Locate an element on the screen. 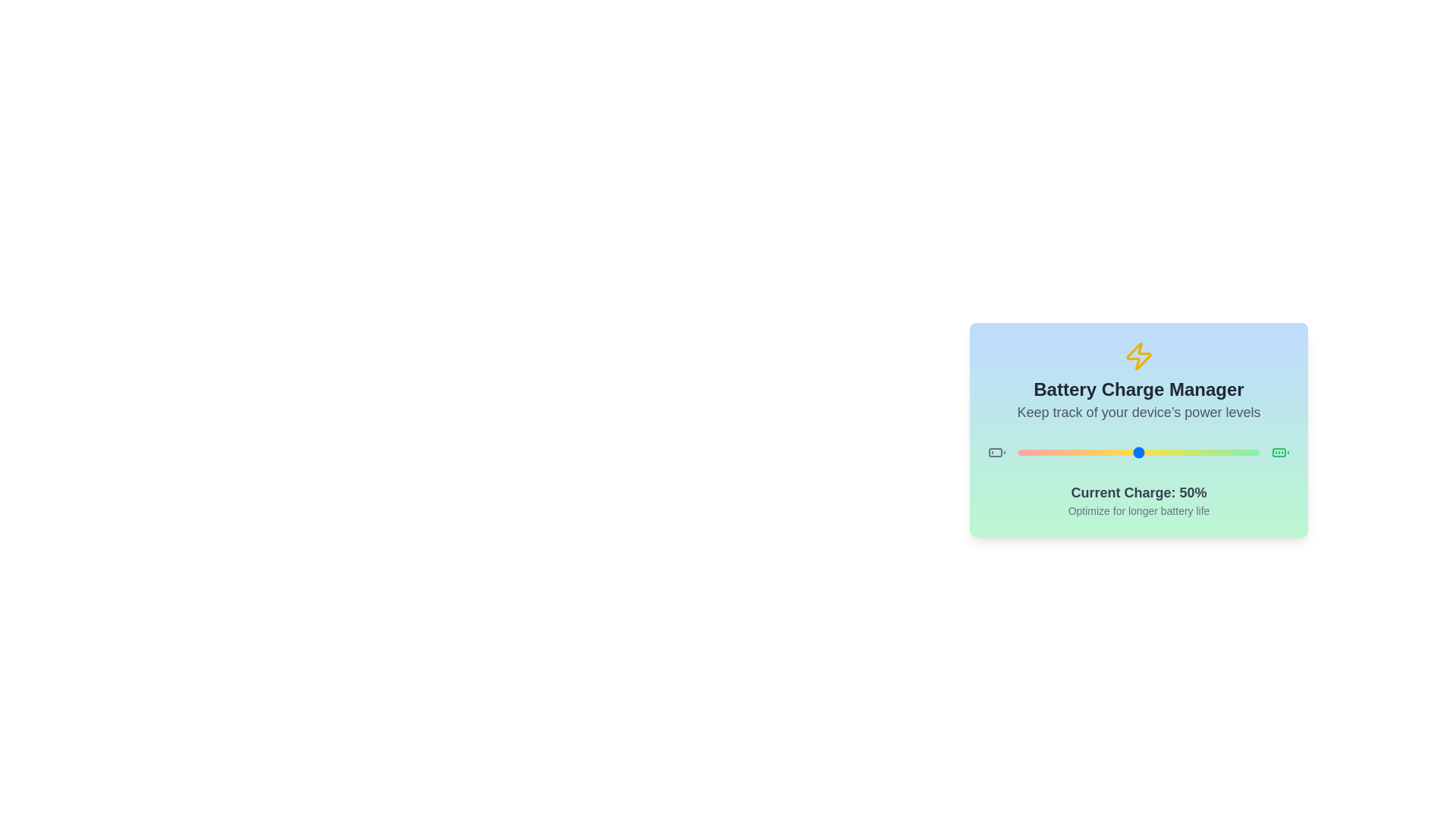 Image resolution: width=1456 pixels, height=819 pixels. the battery charge level to 0% using the slider is located at coordinates (1018, 452).